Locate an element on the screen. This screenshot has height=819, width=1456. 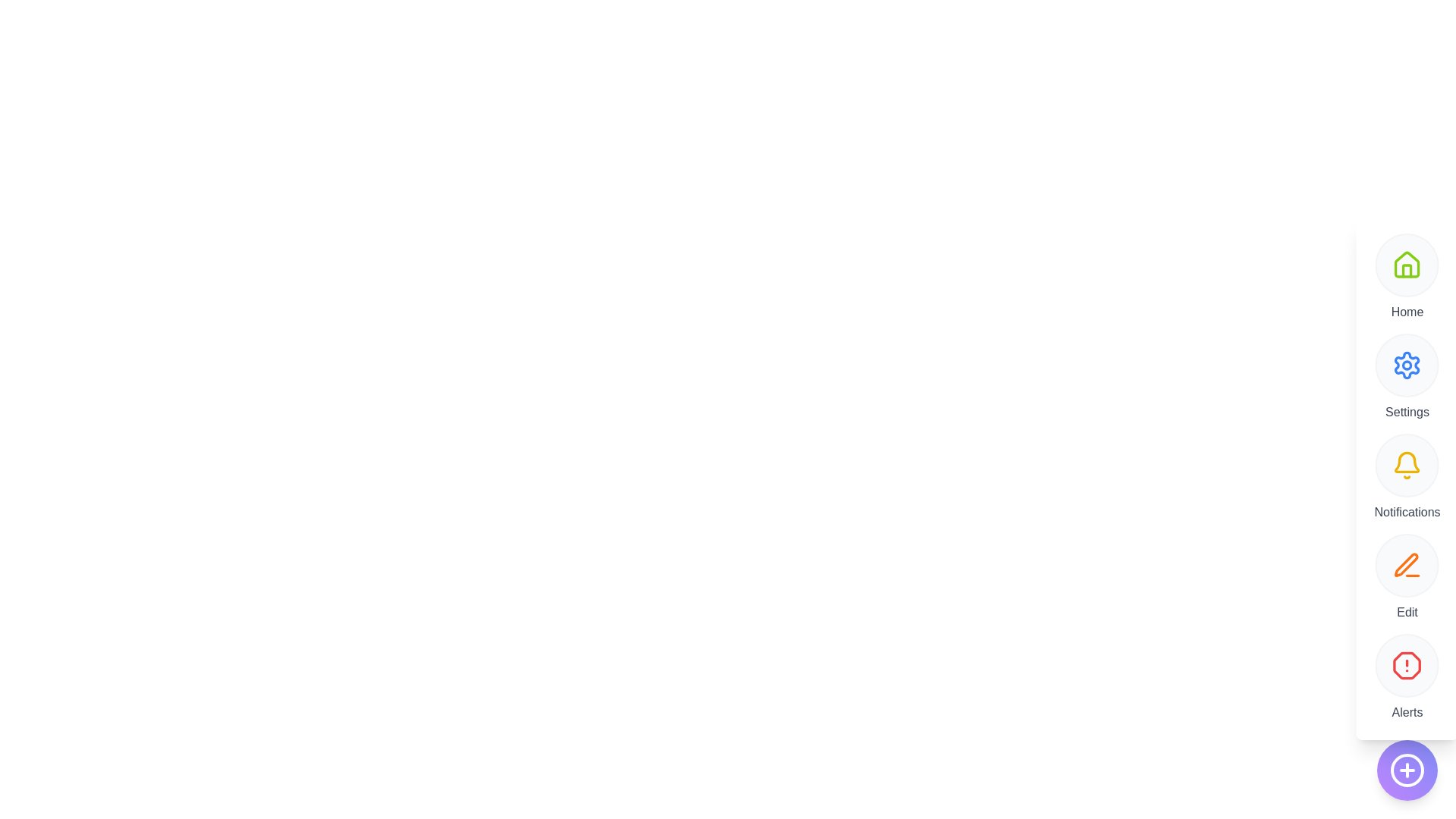
the Notifications button to trigger its functionality is located at coordinates (1407, 464).